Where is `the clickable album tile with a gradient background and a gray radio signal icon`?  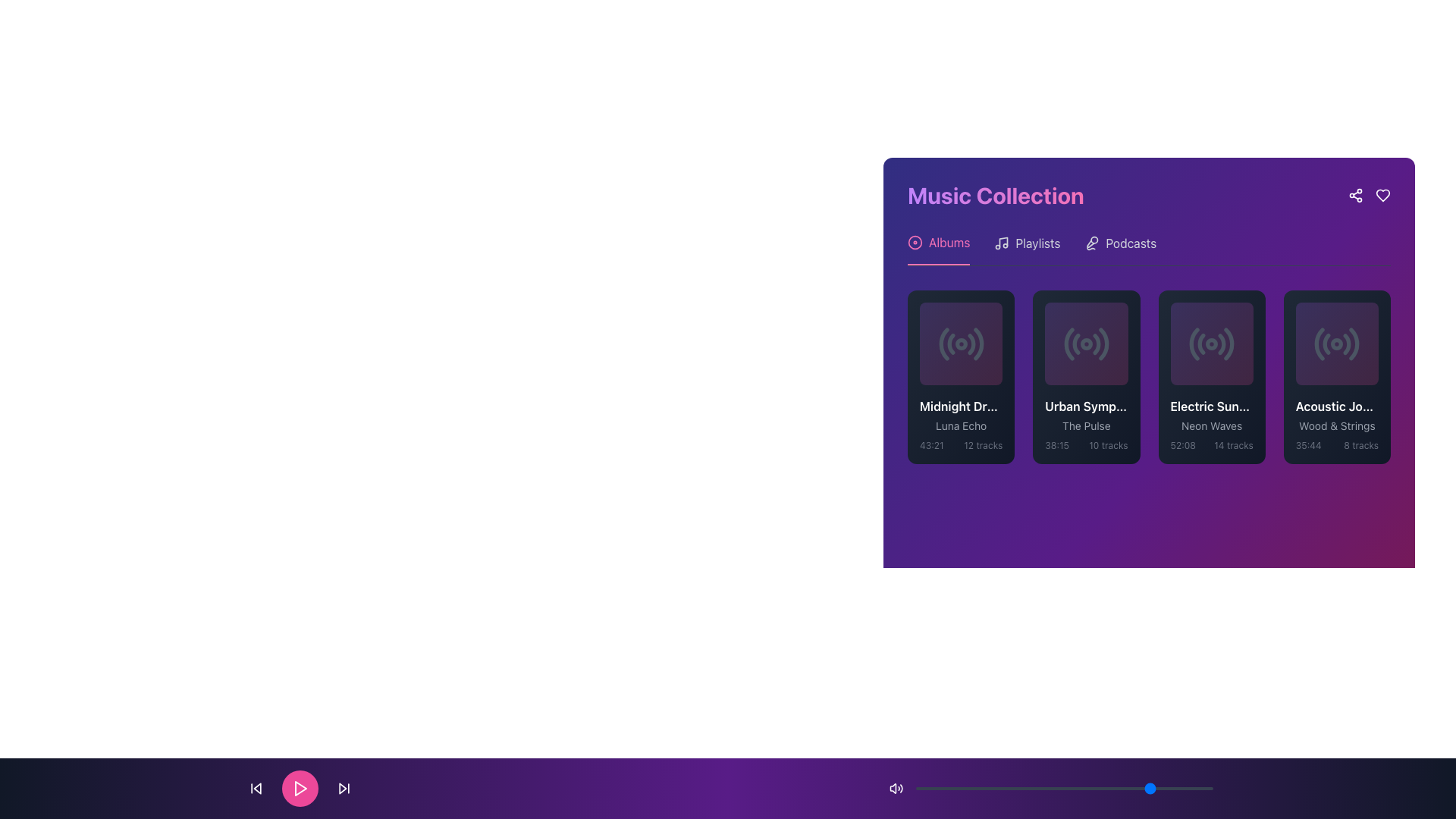
the clickable album tile with a gradient background and a gray radio signal icon is located at coordinates (960, 344).